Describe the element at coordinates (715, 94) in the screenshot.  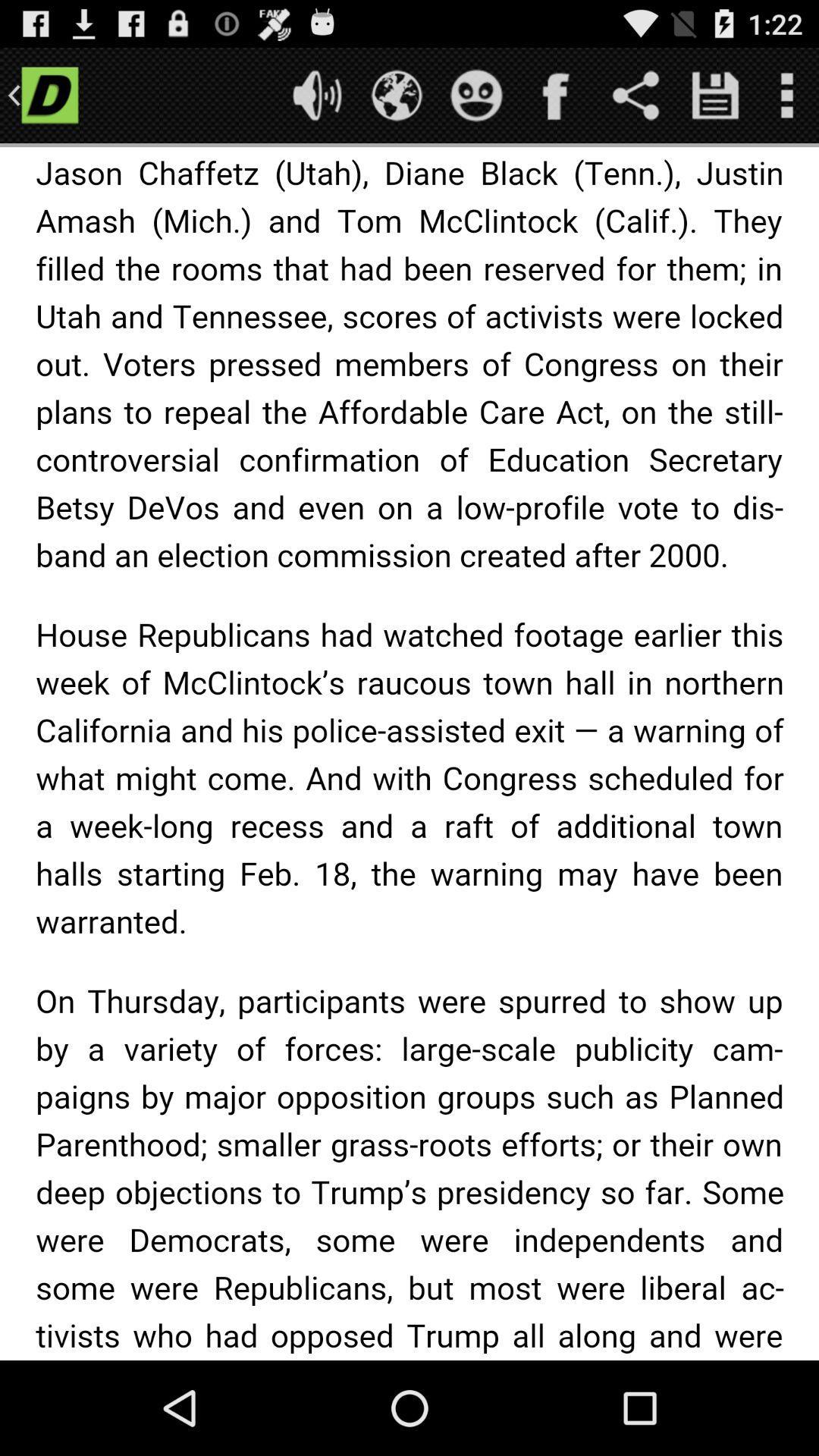
I see `this information` at that location.